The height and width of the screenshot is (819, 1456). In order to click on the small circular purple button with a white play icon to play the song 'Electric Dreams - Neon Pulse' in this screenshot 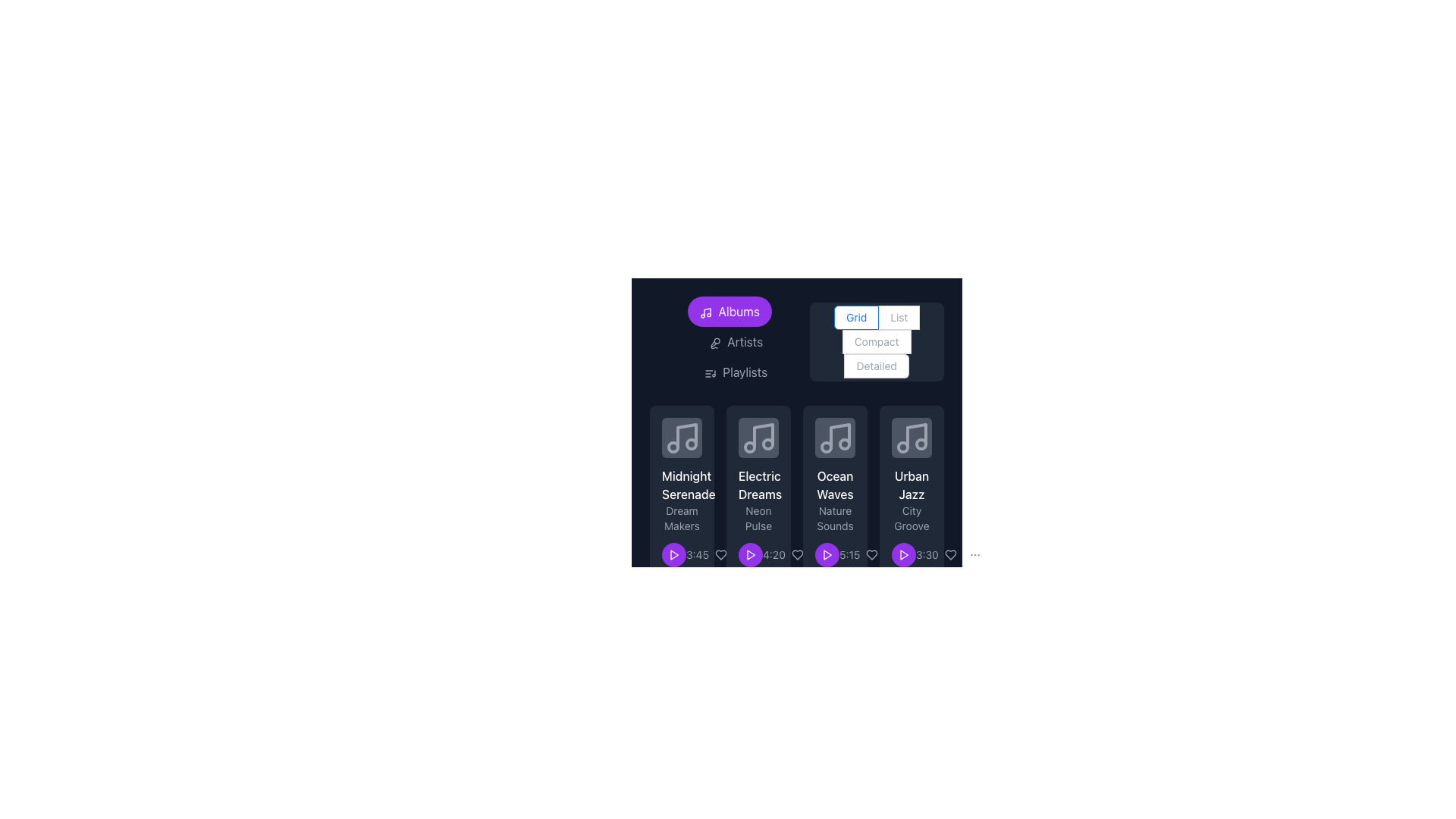, I will do `click(750, 555)`.